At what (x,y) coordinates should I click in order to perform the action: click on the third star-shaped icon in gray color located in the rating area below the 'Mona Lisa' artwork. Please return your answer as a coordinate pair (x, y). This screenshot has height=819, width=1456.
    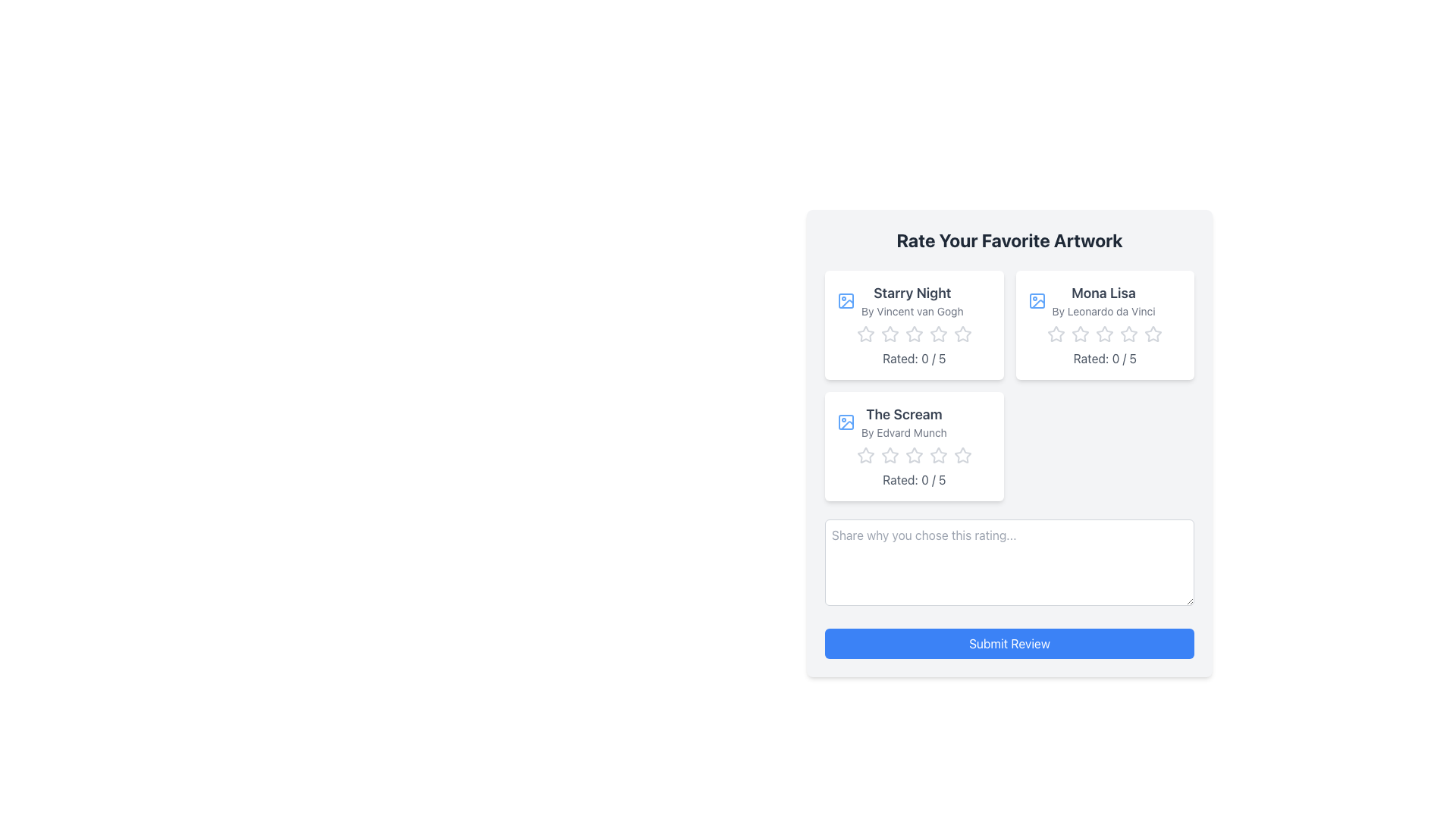
    Looking at the image, I should click on (1105, 333).